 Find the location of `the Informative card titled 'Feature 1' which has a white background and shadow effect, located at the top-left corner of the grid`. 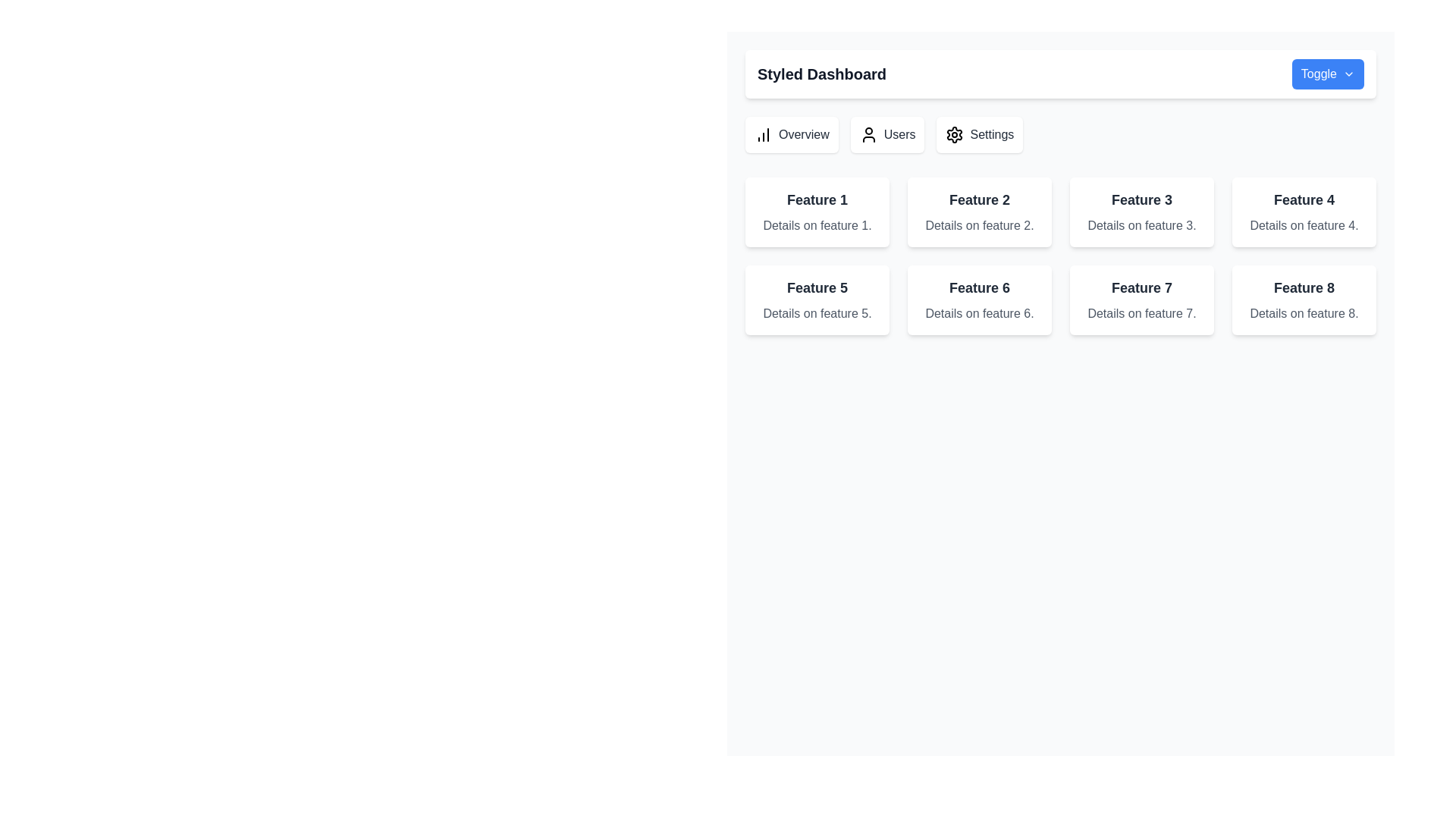

the Informative card titled 'Feature 1' which has a white background and shadow effect, located at the top-left corner of the grid is located at coordinates (817, 212).